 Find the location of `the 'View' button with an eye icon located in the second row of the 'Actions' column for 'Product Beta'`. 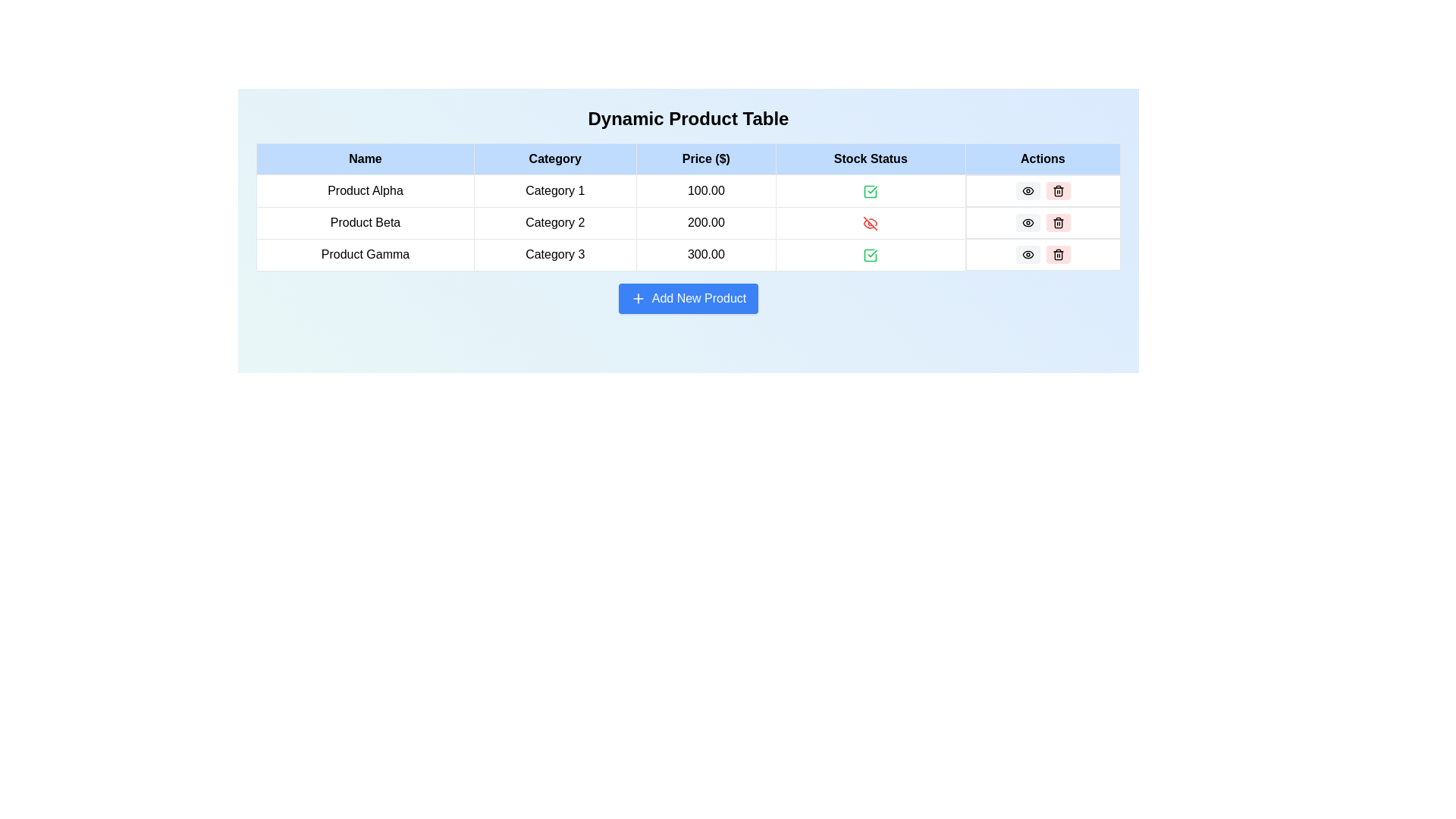

the 'View' button with an eye icon located in the second row of the 'Actions' column for 'Product Beta' is located at coordinates (1028, 222).